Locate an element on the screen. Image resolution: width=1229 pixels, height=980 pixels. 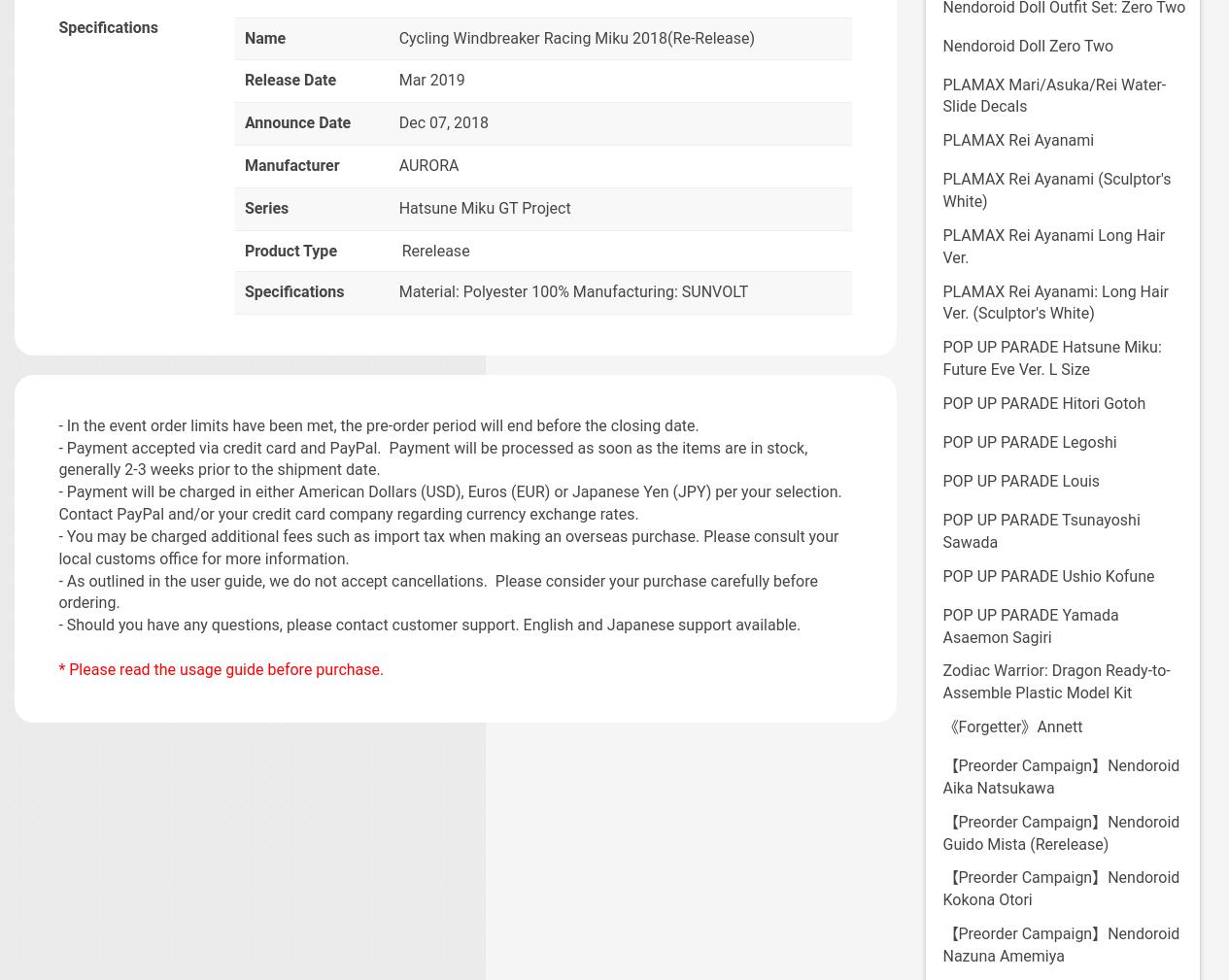
'《Forgetter》Annett' is located at coordinates (1010, 727).